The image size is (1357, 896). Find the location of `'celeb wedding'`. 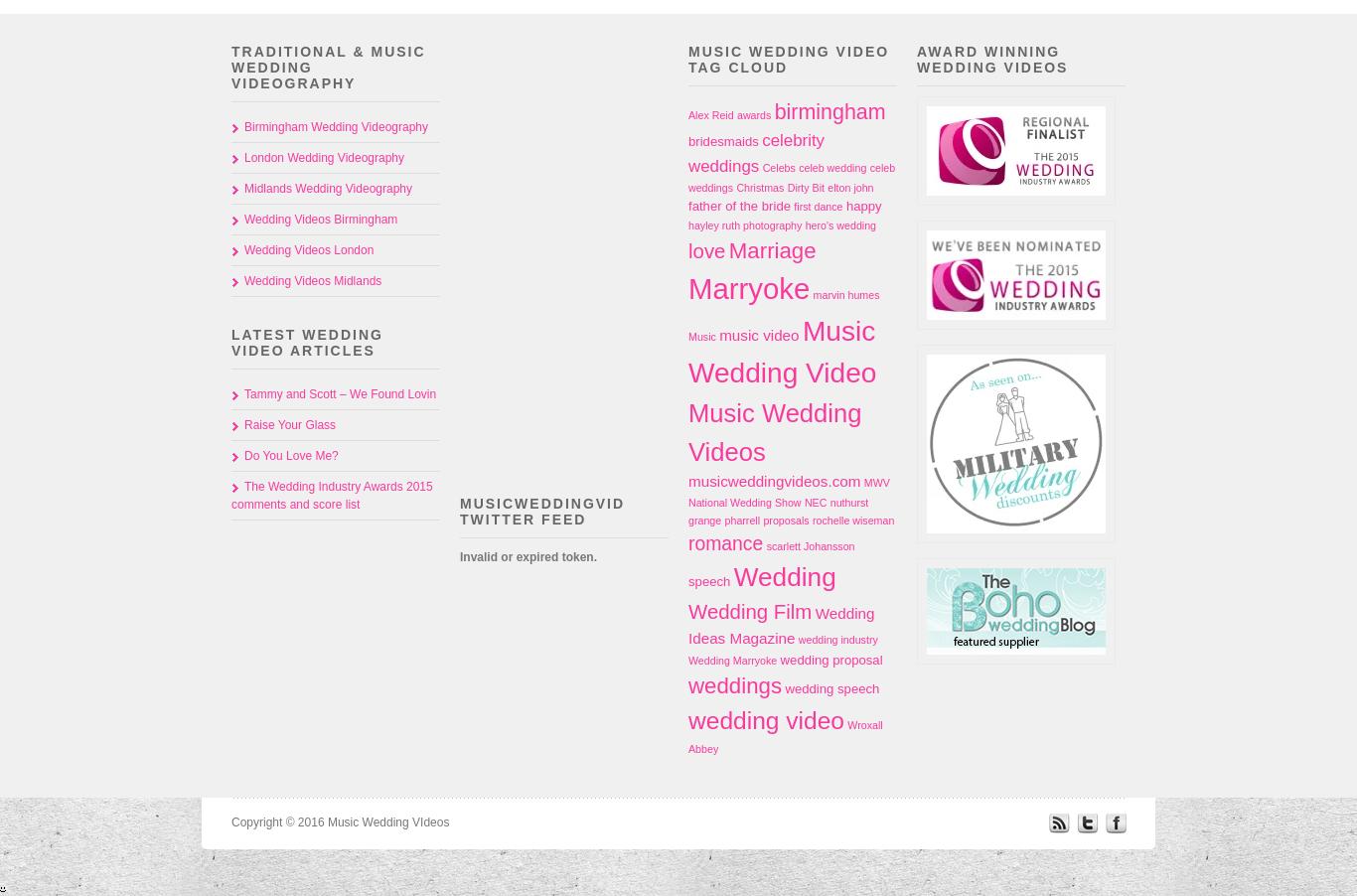

'celeb wedding' is located at coordinates (831, 166).